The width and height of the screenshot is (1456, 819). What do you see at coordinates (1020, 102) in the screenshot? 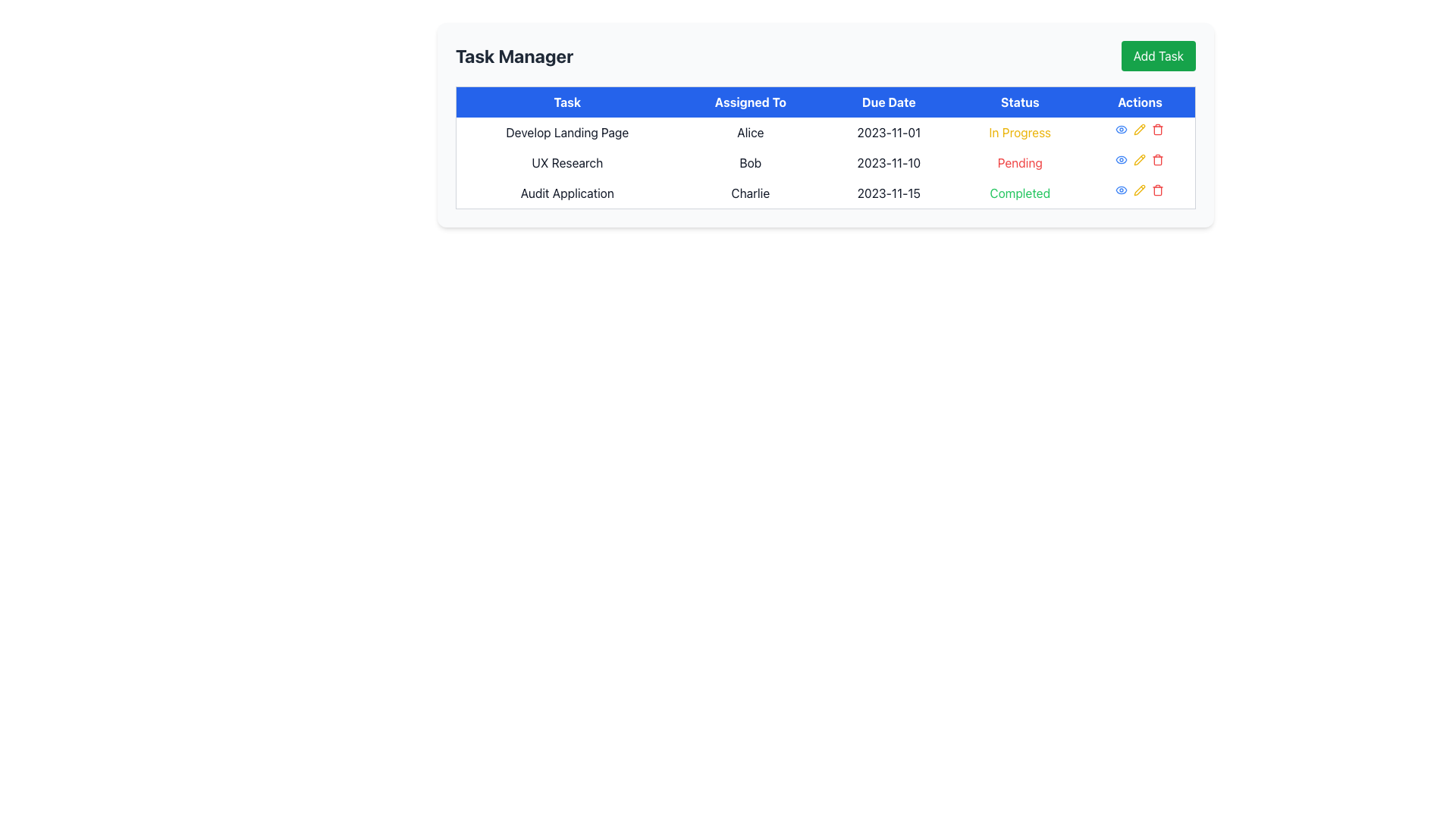
I see `the blue rectangular Table Header Cell labeled 'Status', which is the fourth column header in the table's header row` at bounding box center [1020, 102].